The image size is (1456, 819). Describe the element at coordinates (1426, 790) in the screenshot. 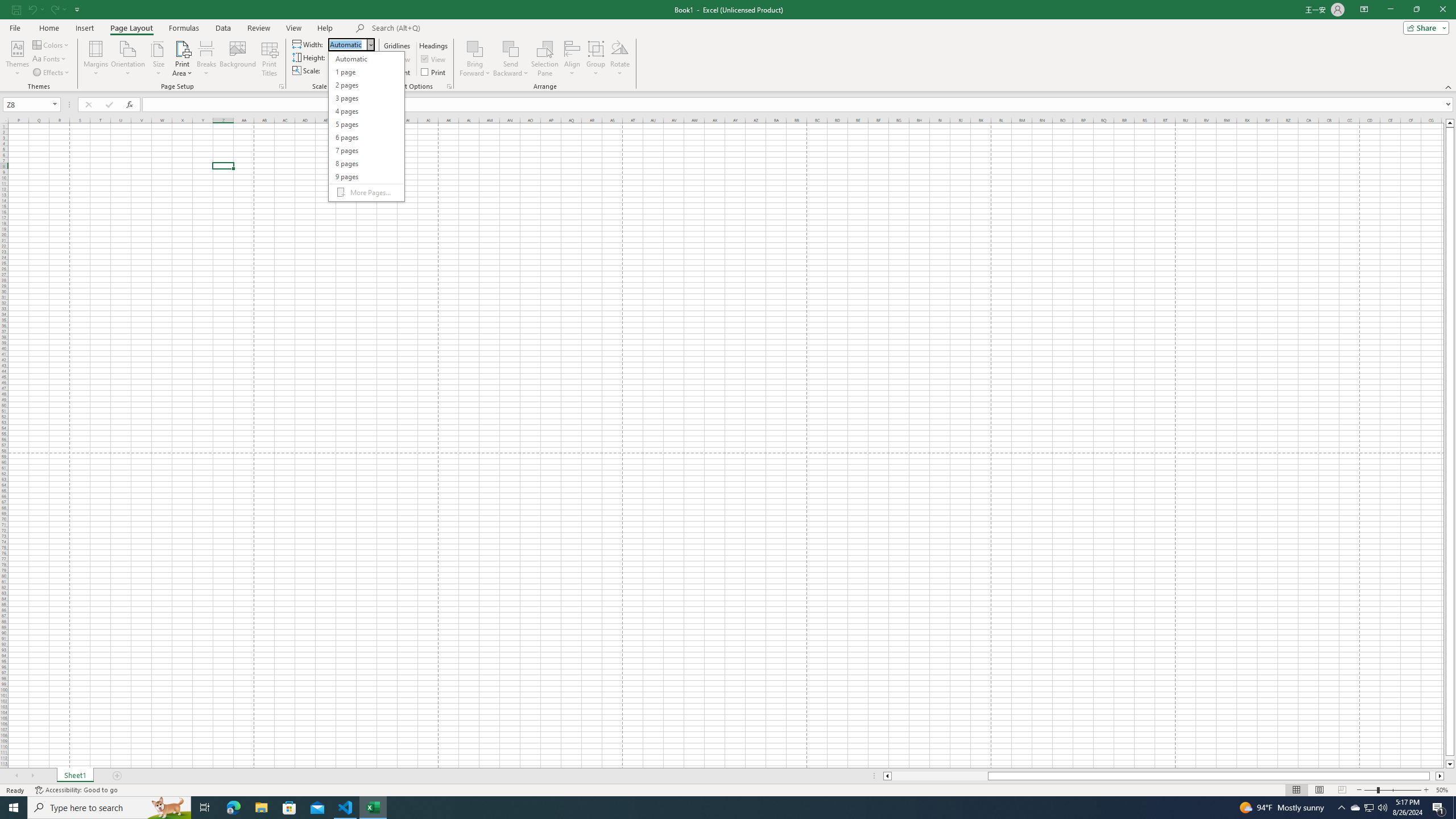

I see `'Zoom In'` at that location.